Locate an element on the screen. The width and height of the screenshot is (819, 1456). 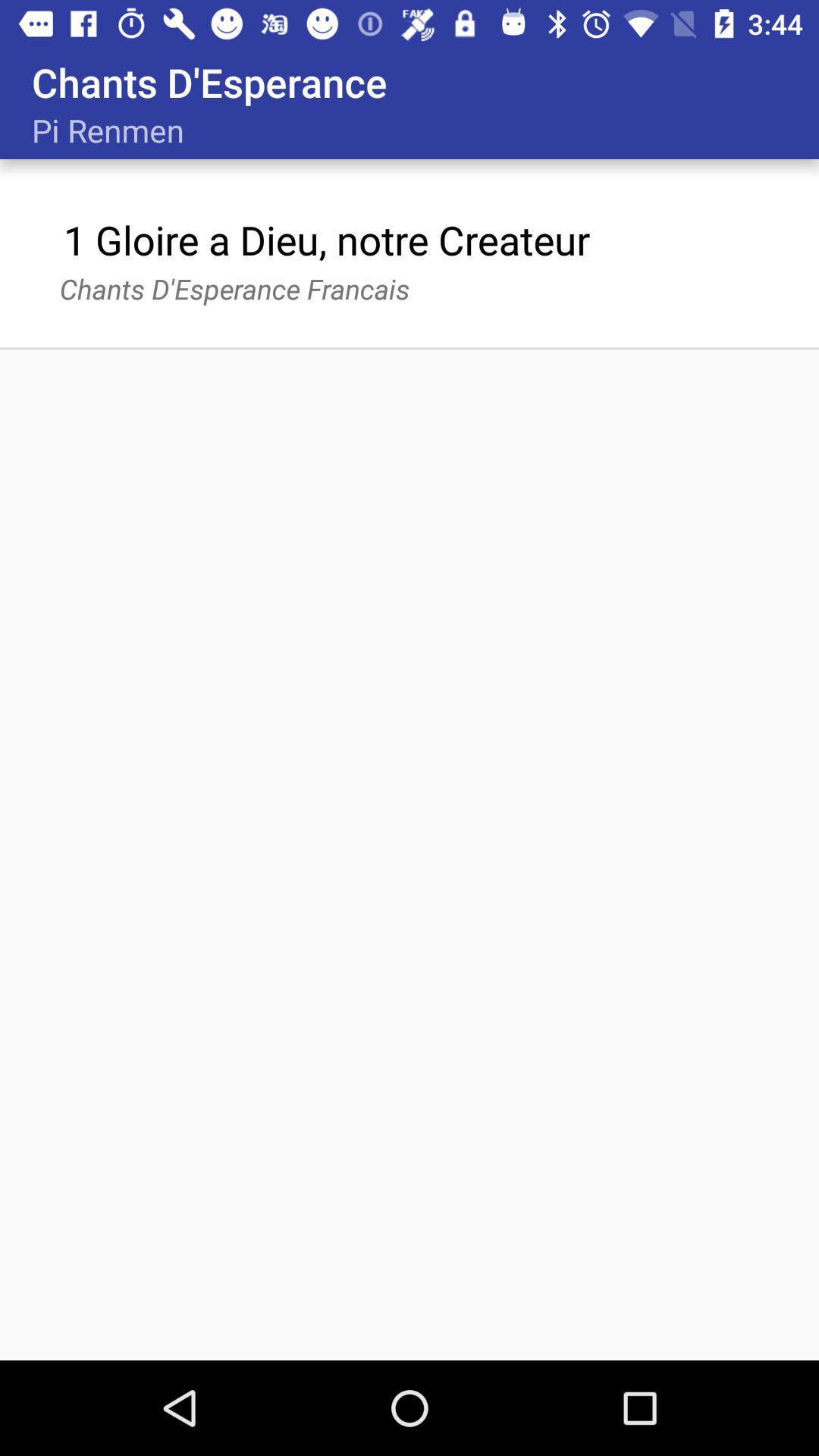
item below pi renmen icon is located at coordinates (326, 239).